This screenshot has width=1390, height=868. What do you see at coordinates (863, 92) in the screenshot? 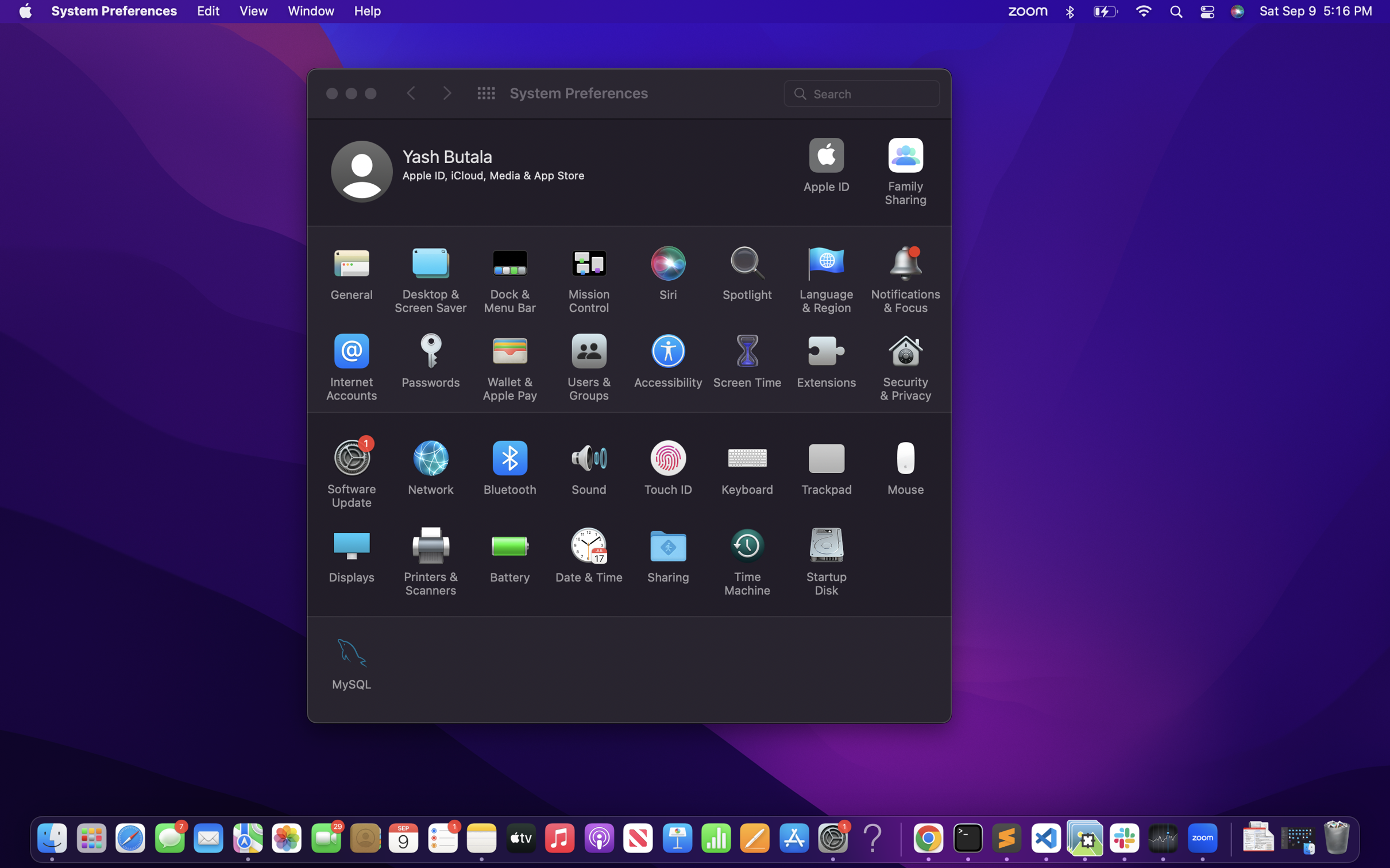
I see `In the search bar, find the application setting` at bounding box center [863, 92].